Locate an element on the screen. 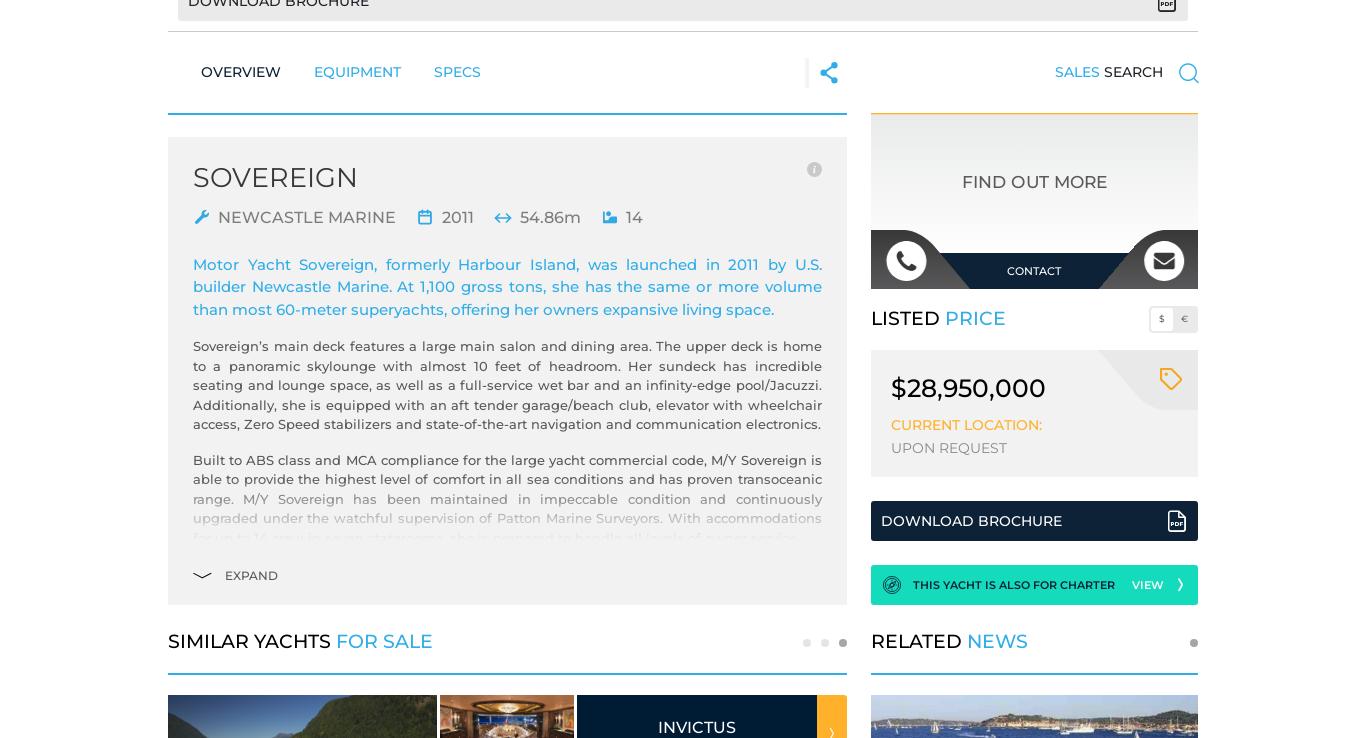 The image size is (1366, 738). 'Motor Yacht Sovereign, formerly Harbour Island, was launched in 2011 by U.S. builder Newcastle Marine. At 1,100 gross tons, she has the same or more volume than most 60-meter superyachts, offering her owners expansive living space.' is located at coordinates (192, 285).